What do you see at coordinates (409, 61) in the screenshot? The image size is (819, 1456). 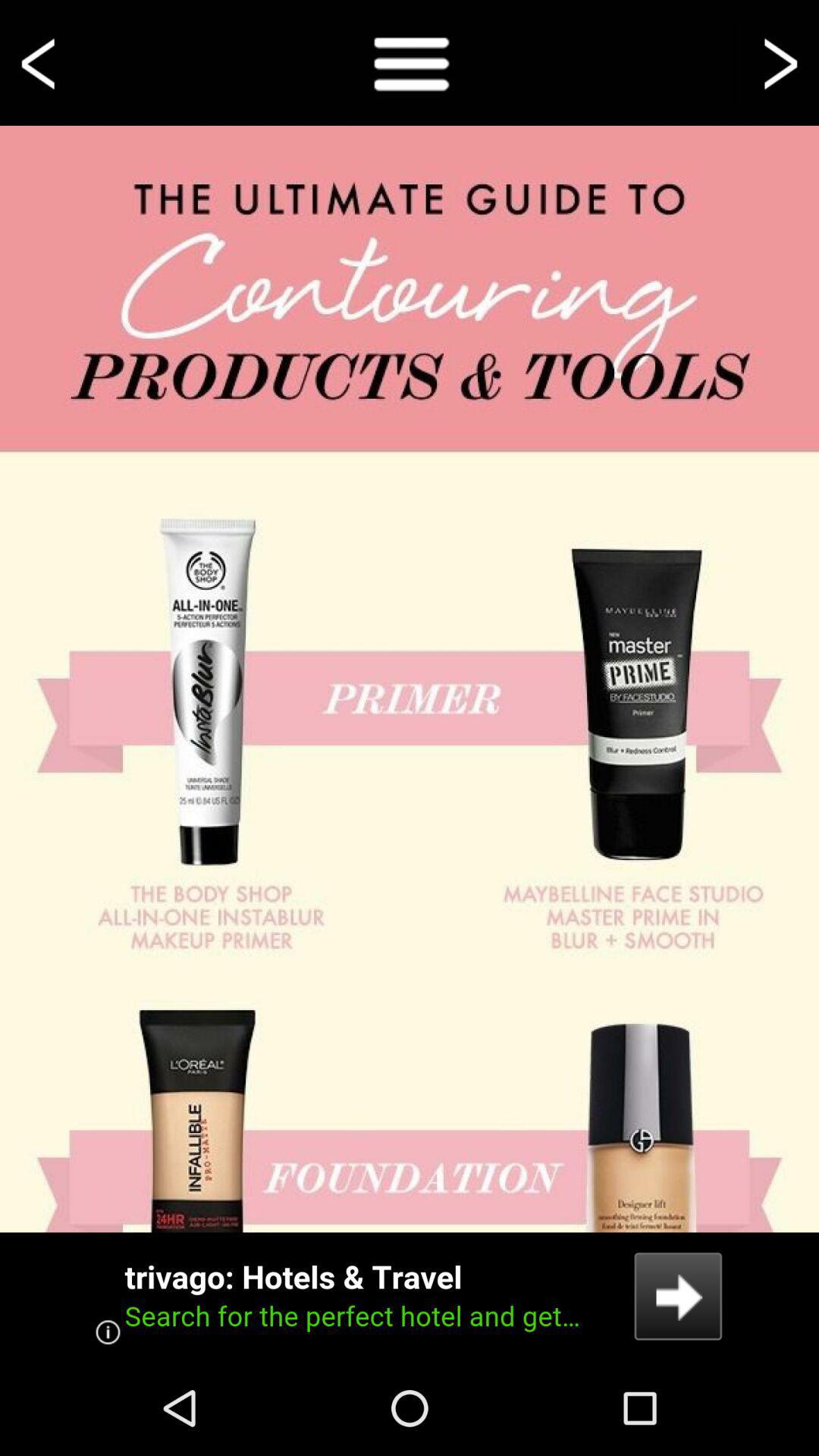 I see `open app menu` at bounding box center [409, 61].